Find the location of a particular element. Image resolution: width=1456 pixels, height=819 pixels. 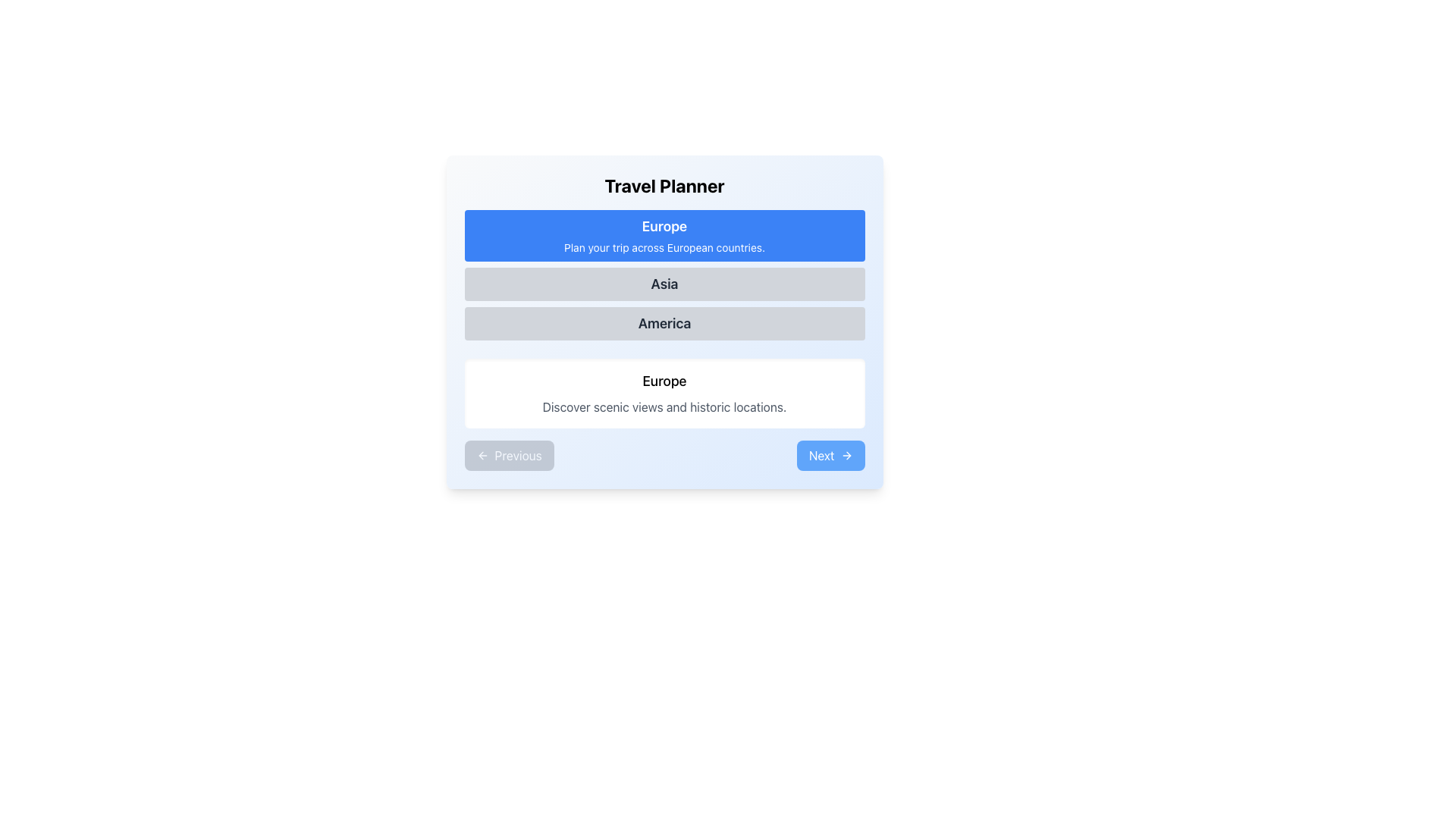

the icon located inside the 'Next' button at the bottom-right corner of the interface, indicating progression to the next page is located at coordinates (846, 455).